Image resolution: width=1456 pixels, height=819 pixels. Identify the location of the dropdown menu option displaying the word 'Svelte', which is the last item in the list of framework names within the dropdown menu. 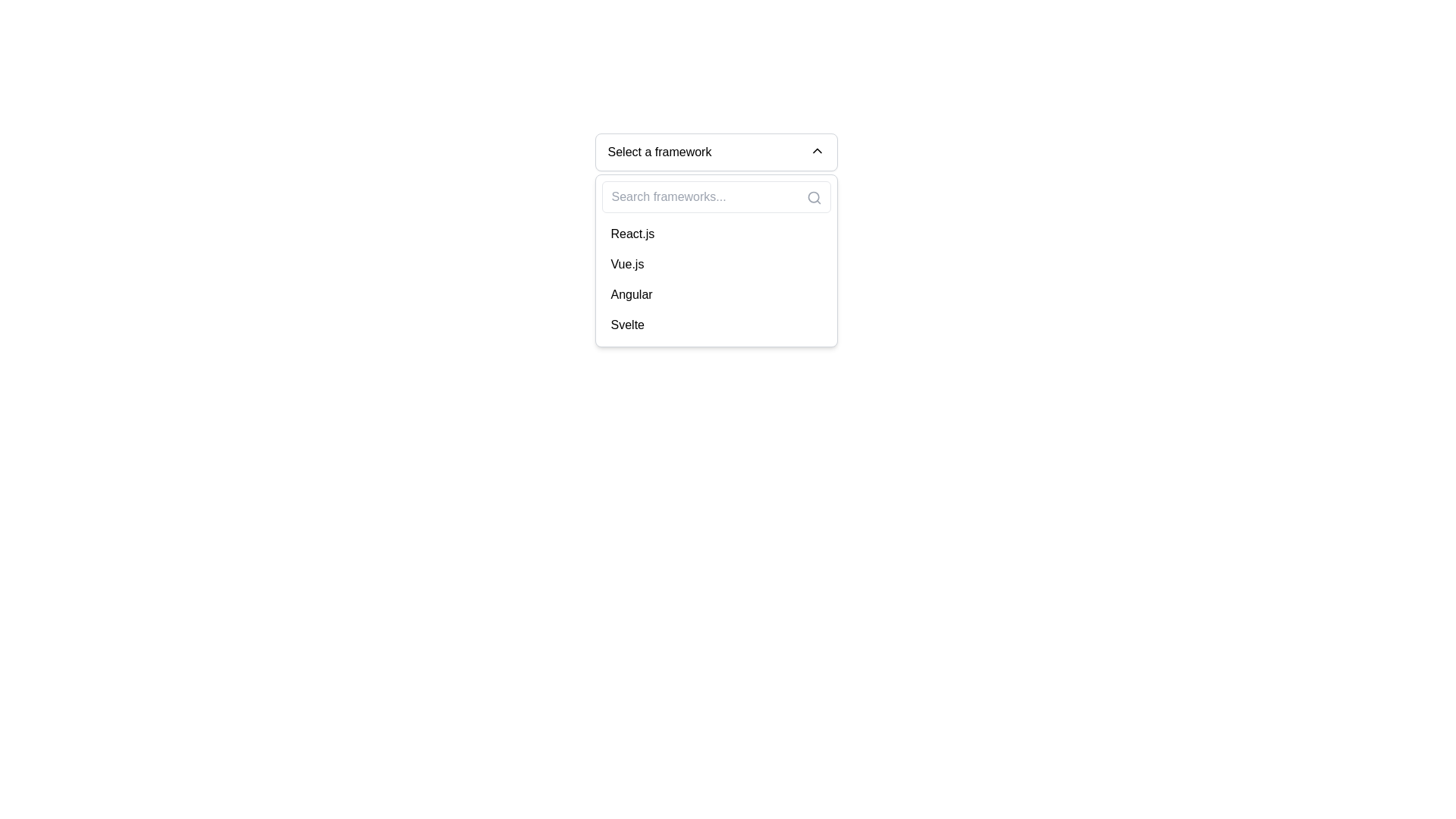
(715, 324).